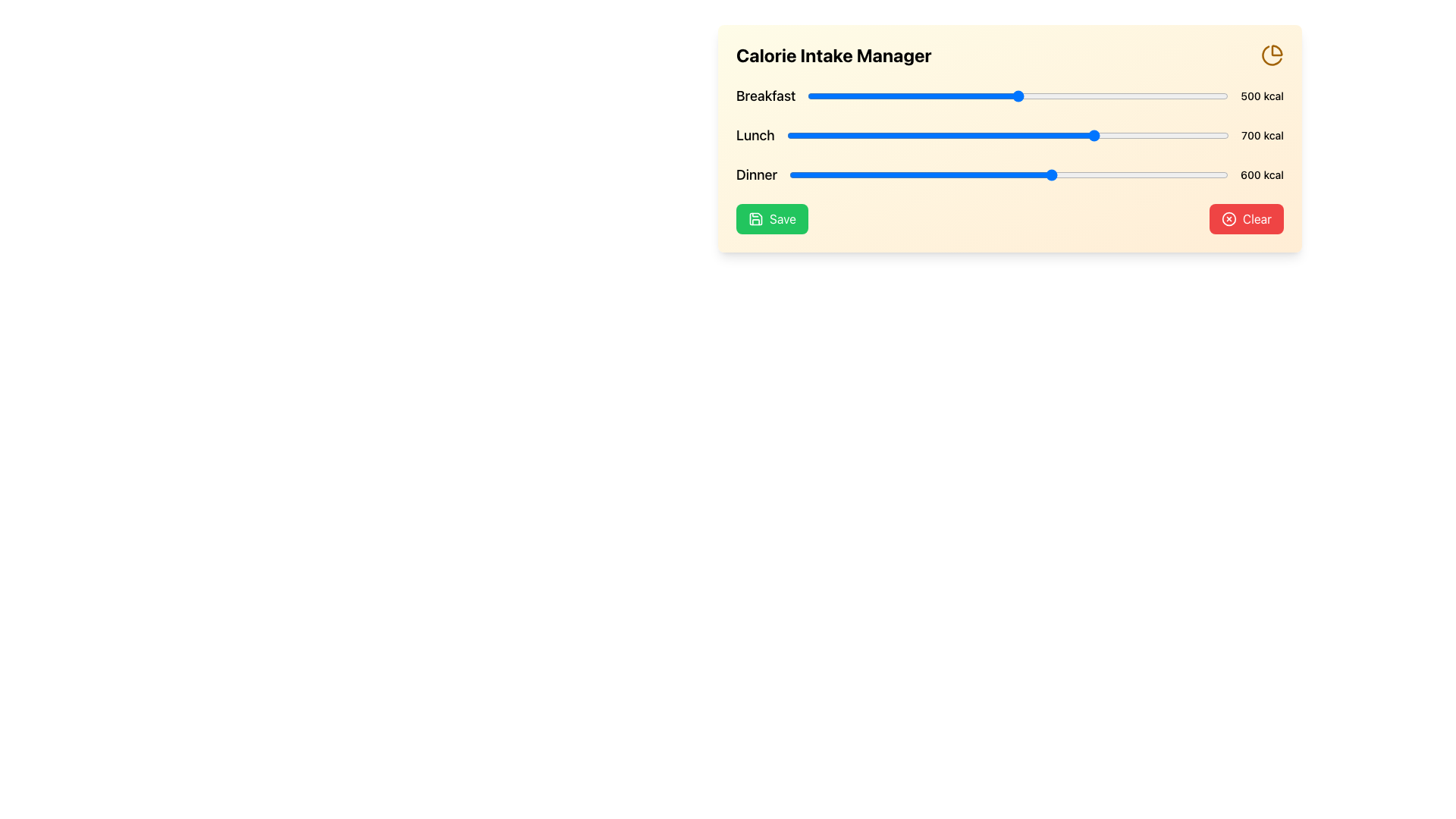 Image resolution: width=1456 pixels, height=819 pixels. I want to click on the visual structure of the second segment of the pie-chart icon located in the top-right corner of the calorie intake manager card, so click(1272, 55).